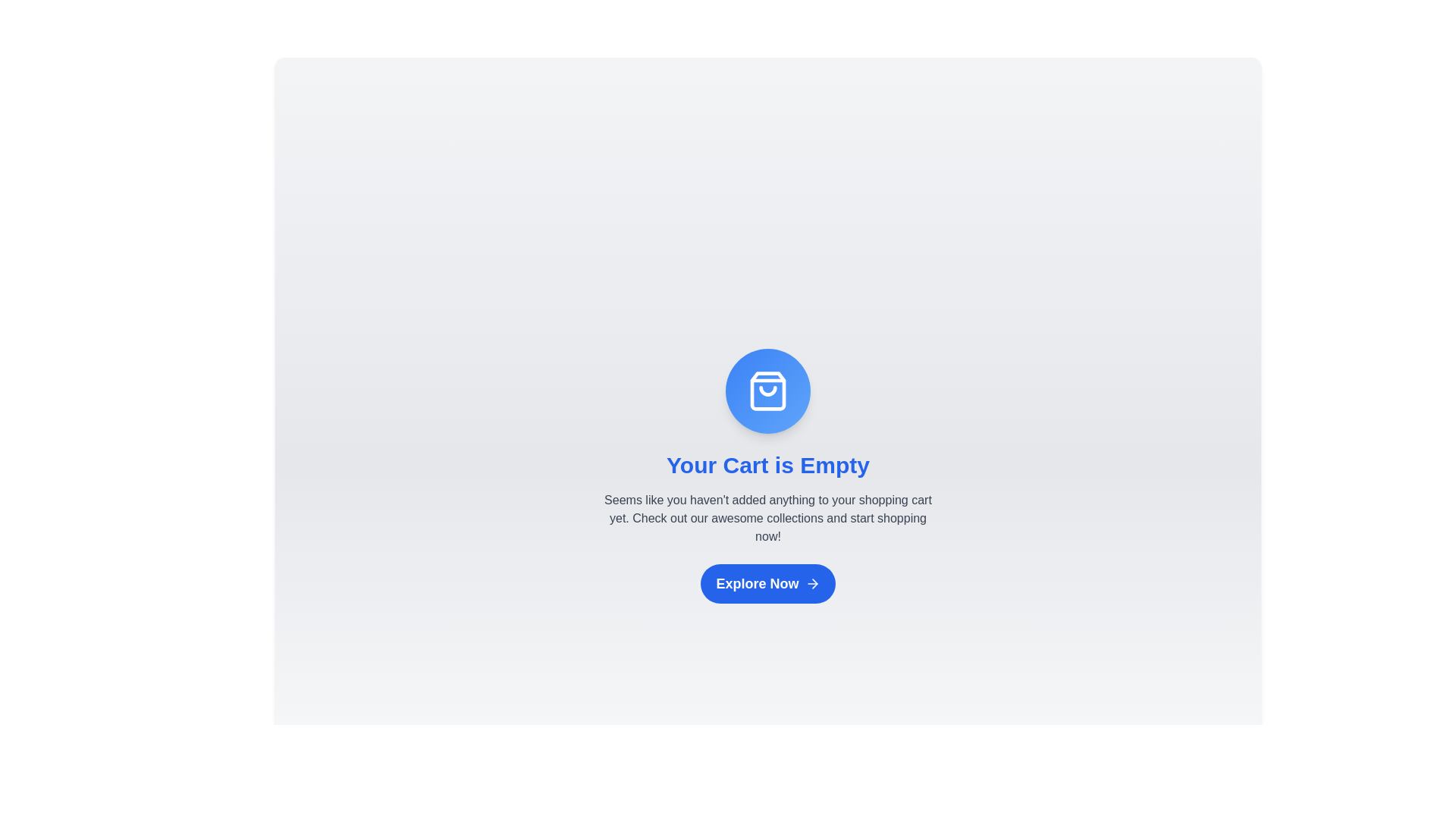 This screenshot has height=819, width=1456. Describe the element at coordinates (767, 517) in the screenshot. I see `the text block that informs users their shopping cart is empty, located between the header 'Your Cart is Empty' and the button 'Explore Now'` at that location.